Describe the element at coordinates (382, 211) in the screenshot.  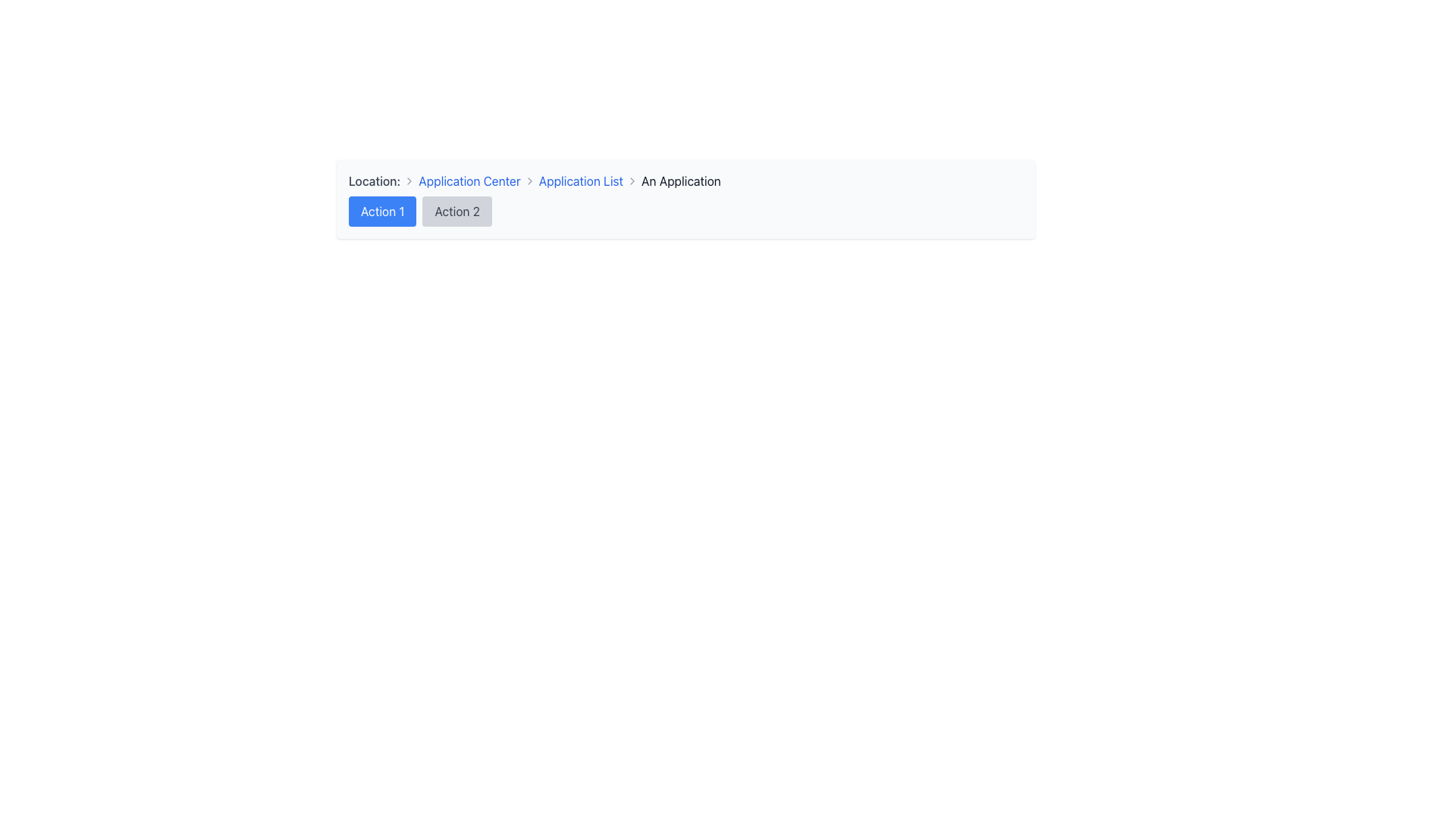
I see `the button located to the left of the 'Action 2' button to change its appearance` at that location.